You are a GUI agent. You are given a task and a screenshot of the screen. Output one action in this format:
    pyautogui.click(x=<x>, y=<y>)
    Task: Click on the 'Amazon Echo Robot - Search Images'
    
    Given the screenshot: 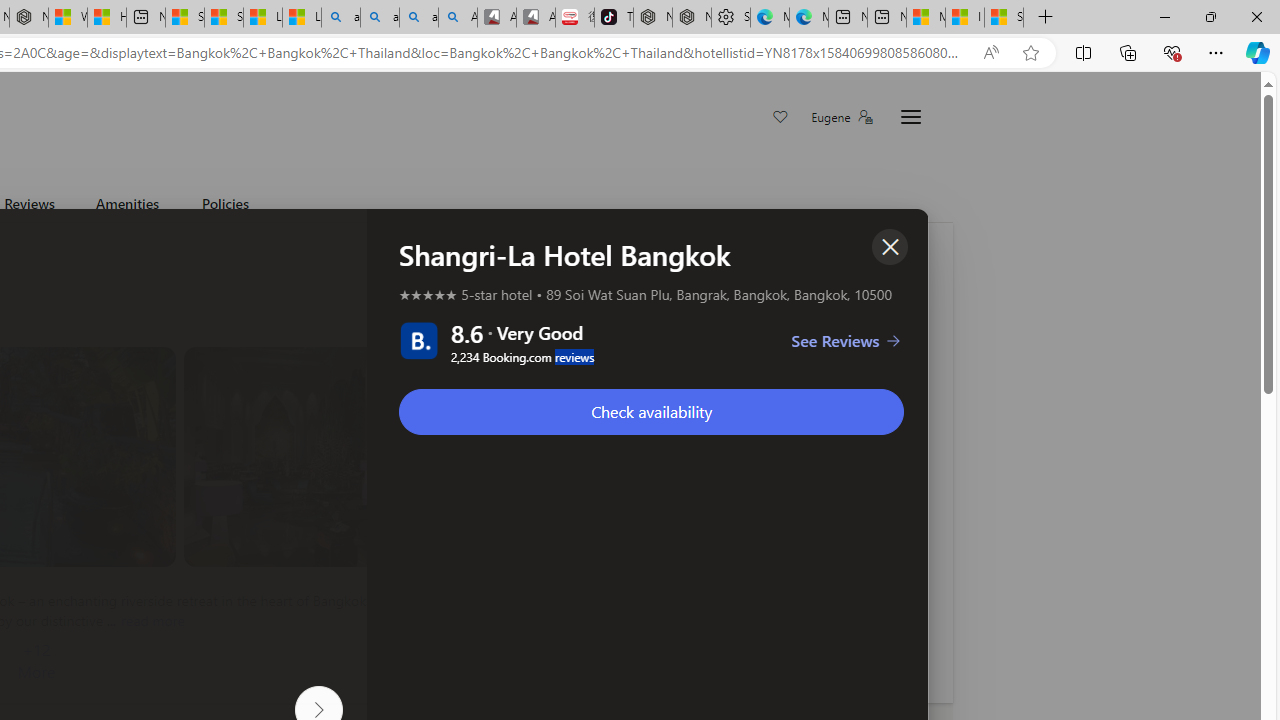 What is the action you would take?
    pyautogui.click(x=457, y=17)
    